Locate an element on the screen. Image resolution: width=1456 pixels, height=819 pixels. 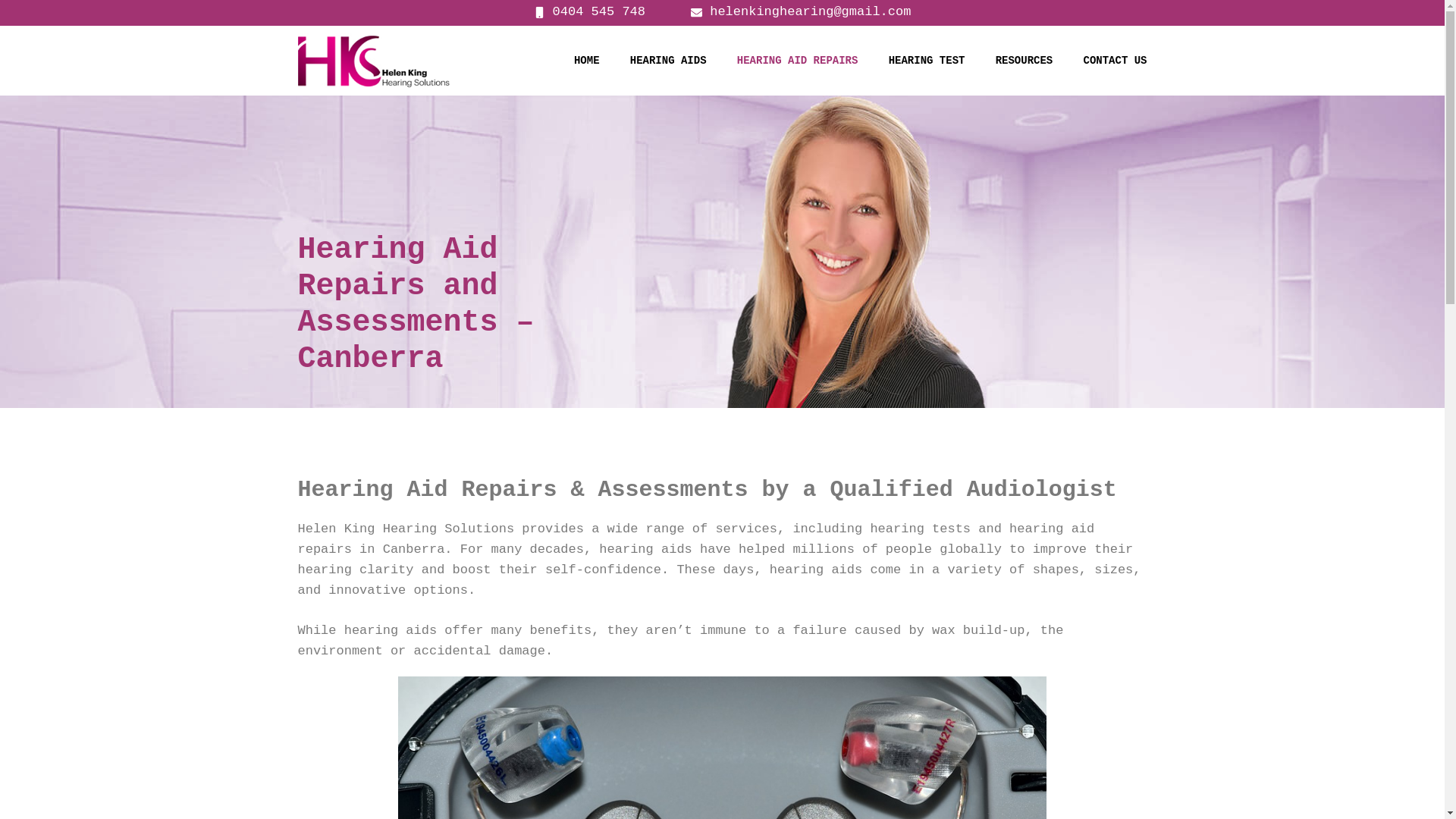
'HEARING AIDS' is located at coordinates (667, 60).